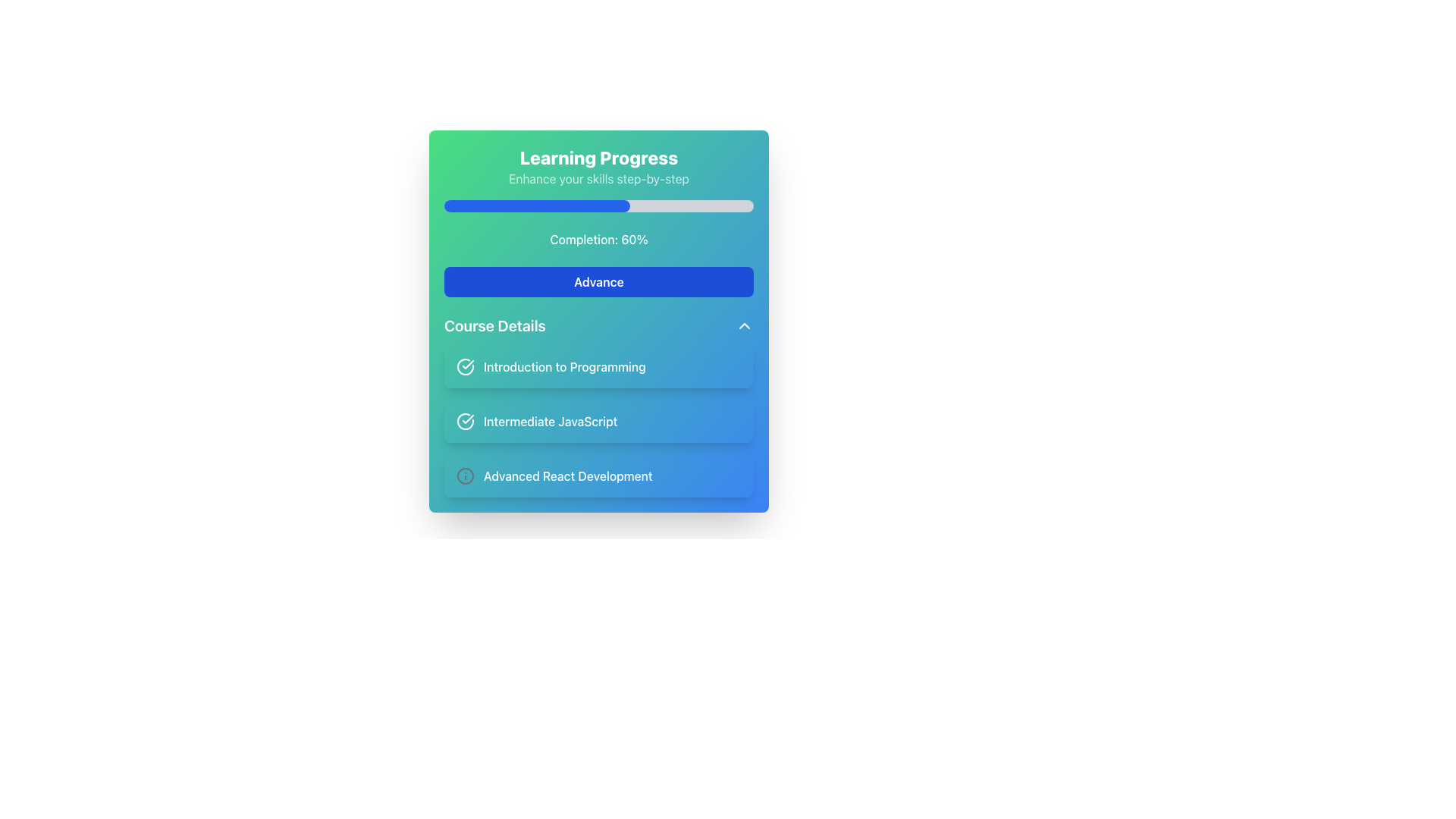 Image resolution: width=1456 pixels, height=819 pixels. Describe the element at coordinates (465, 421) in the screenshot. I see `the checkmark icon inside a circle, which is located next to the text 'Intermediate JavaScript' in the 'Course Details' section` at that location.